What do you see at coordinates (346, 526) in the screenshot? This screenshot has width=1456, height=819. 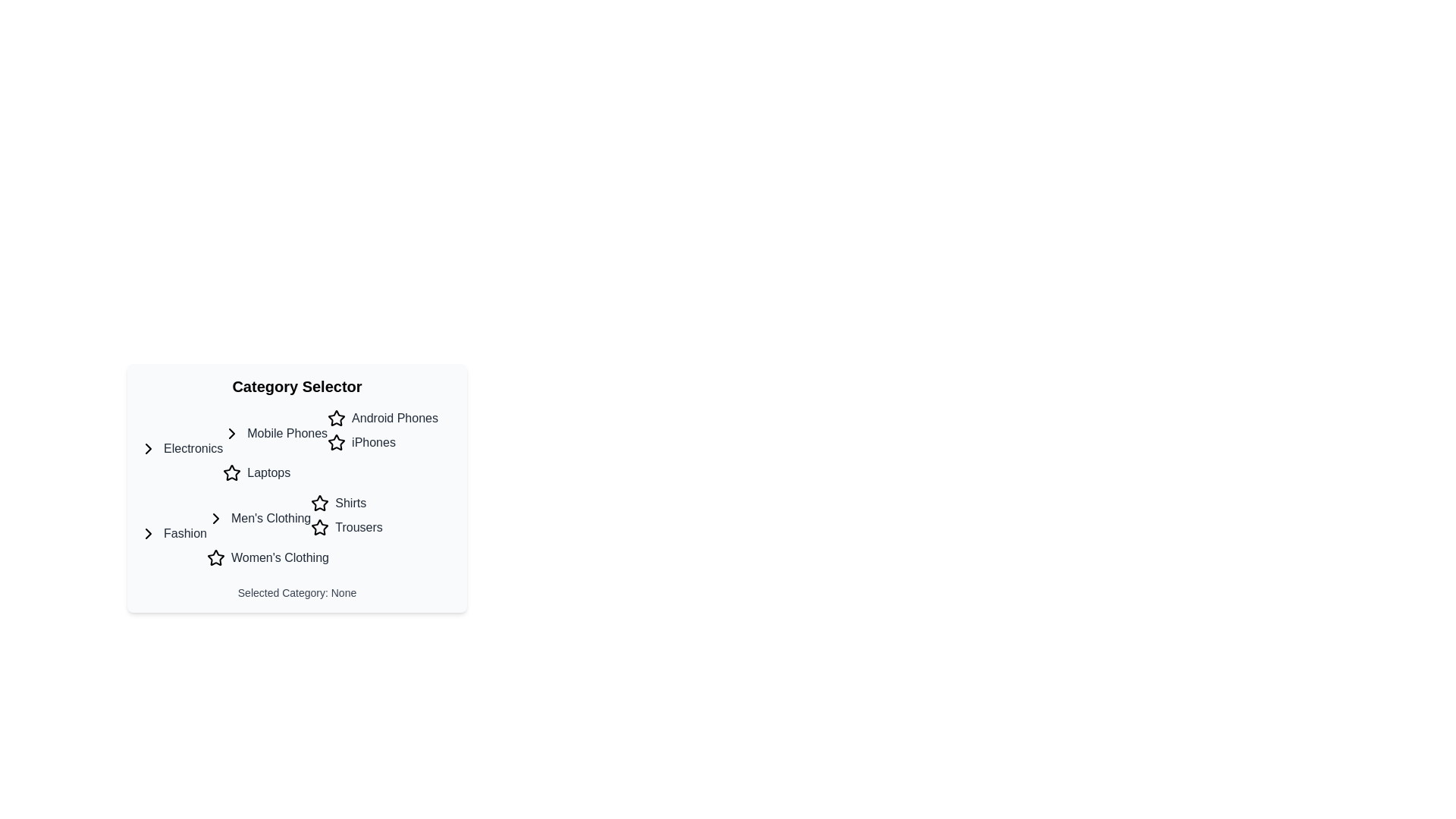 I see `the clickable text label for the 'Trousers' subcategory located under 'Men's Clothing' in the 'Fashion' category, which is the second entry below 'Shirts'` at bounding box center [346, 526].